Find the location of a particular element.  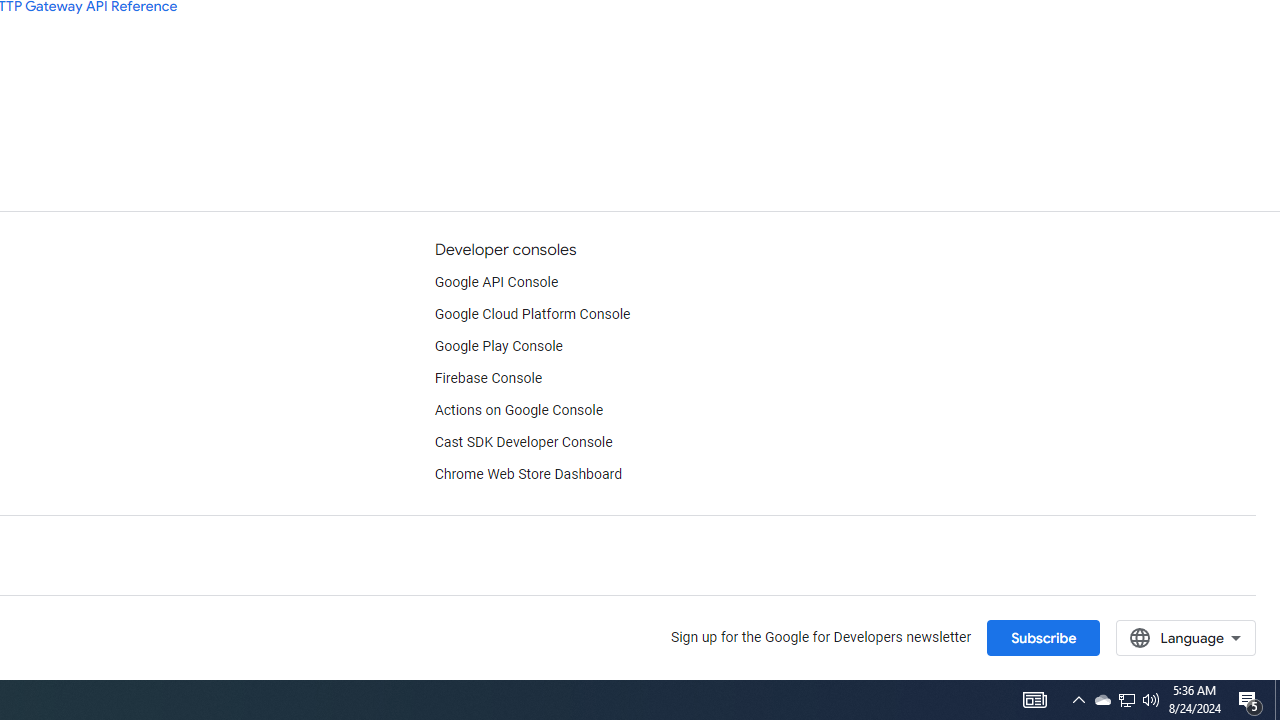

'Chrome Web Store Dashboard' is located at coordinates (528, 475).